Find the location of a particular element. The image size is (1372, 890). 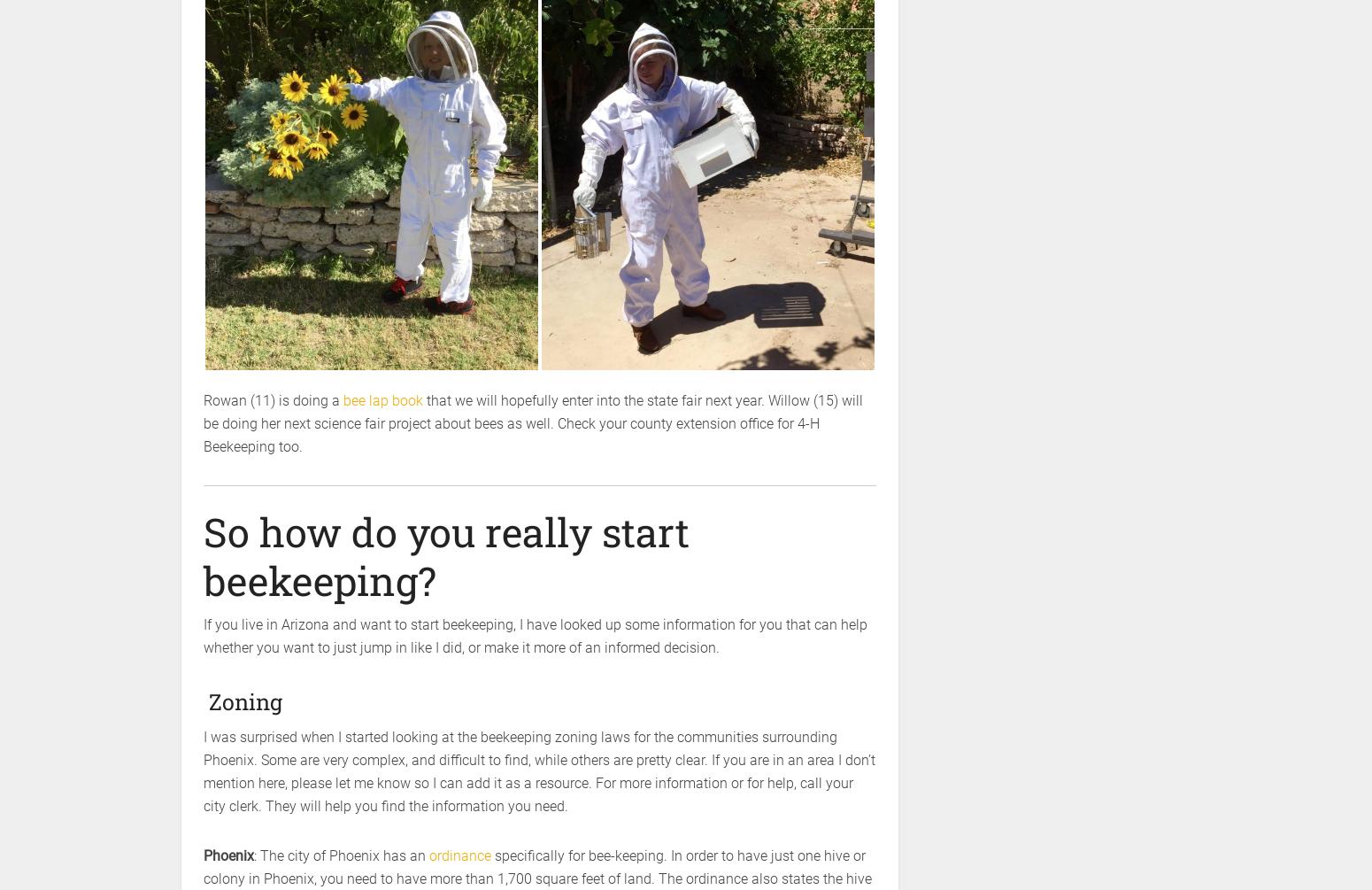

'So how do you really start beekeeping?' is located at coordinates (445, 555).